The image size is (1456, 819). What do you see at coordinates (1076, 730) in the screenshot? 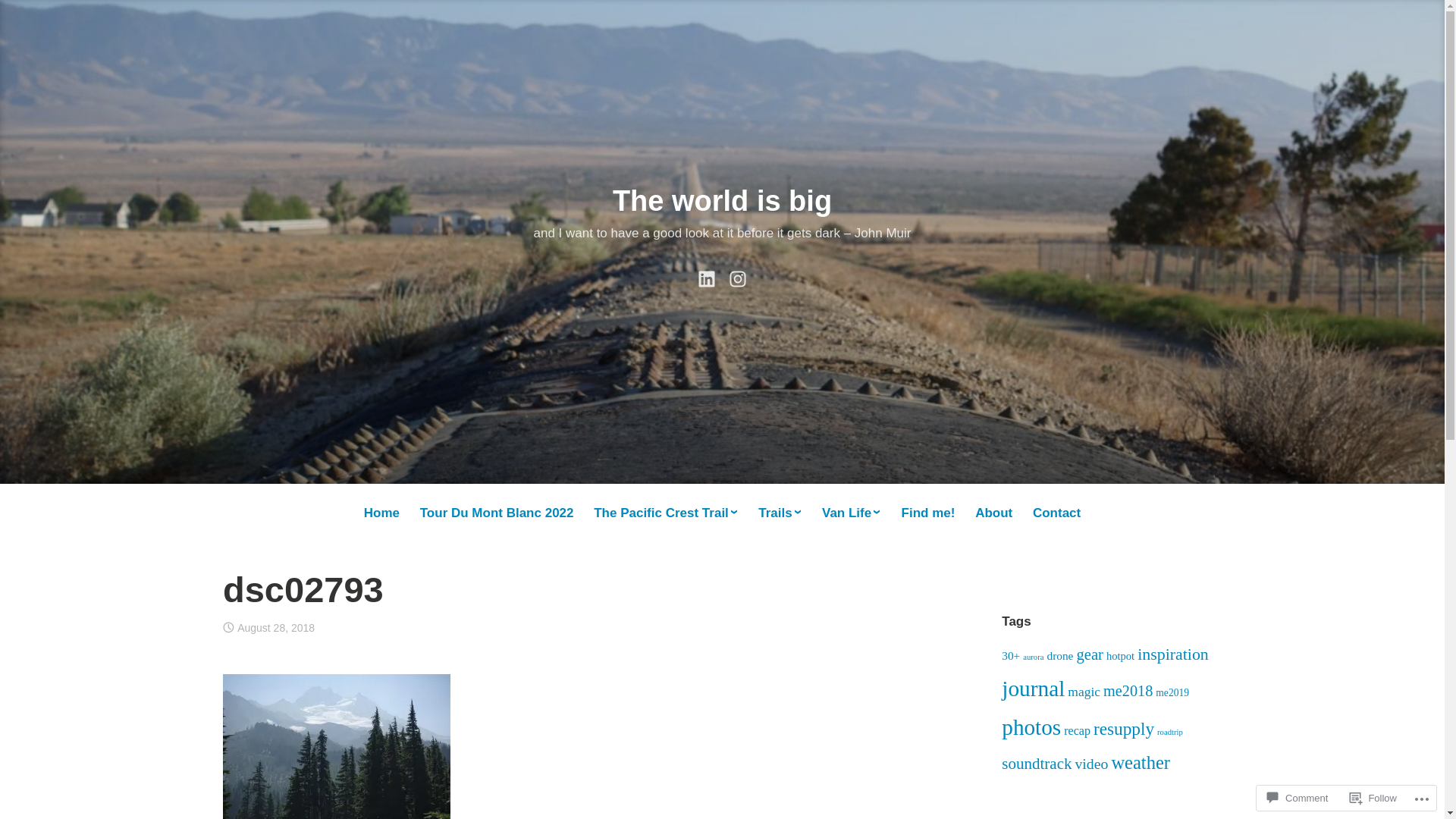
I see `'recap'` at bounding box center [1076, 730].